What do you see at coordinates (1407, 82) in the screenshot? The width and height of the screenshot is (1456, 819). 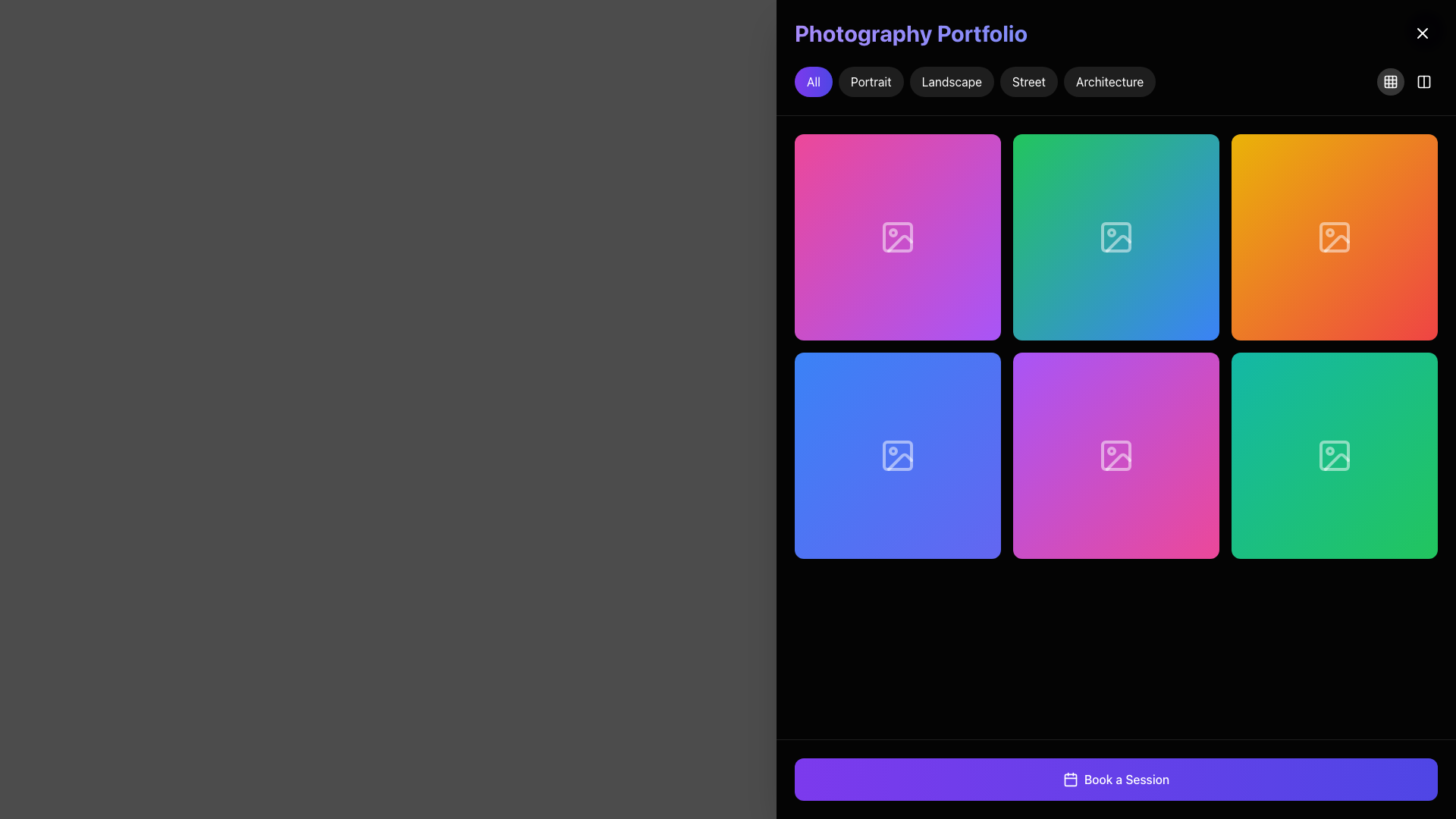 I see `the panel icon in the top-right corner of the interface to switch to split view layout` at bounding box center [1407, 82].